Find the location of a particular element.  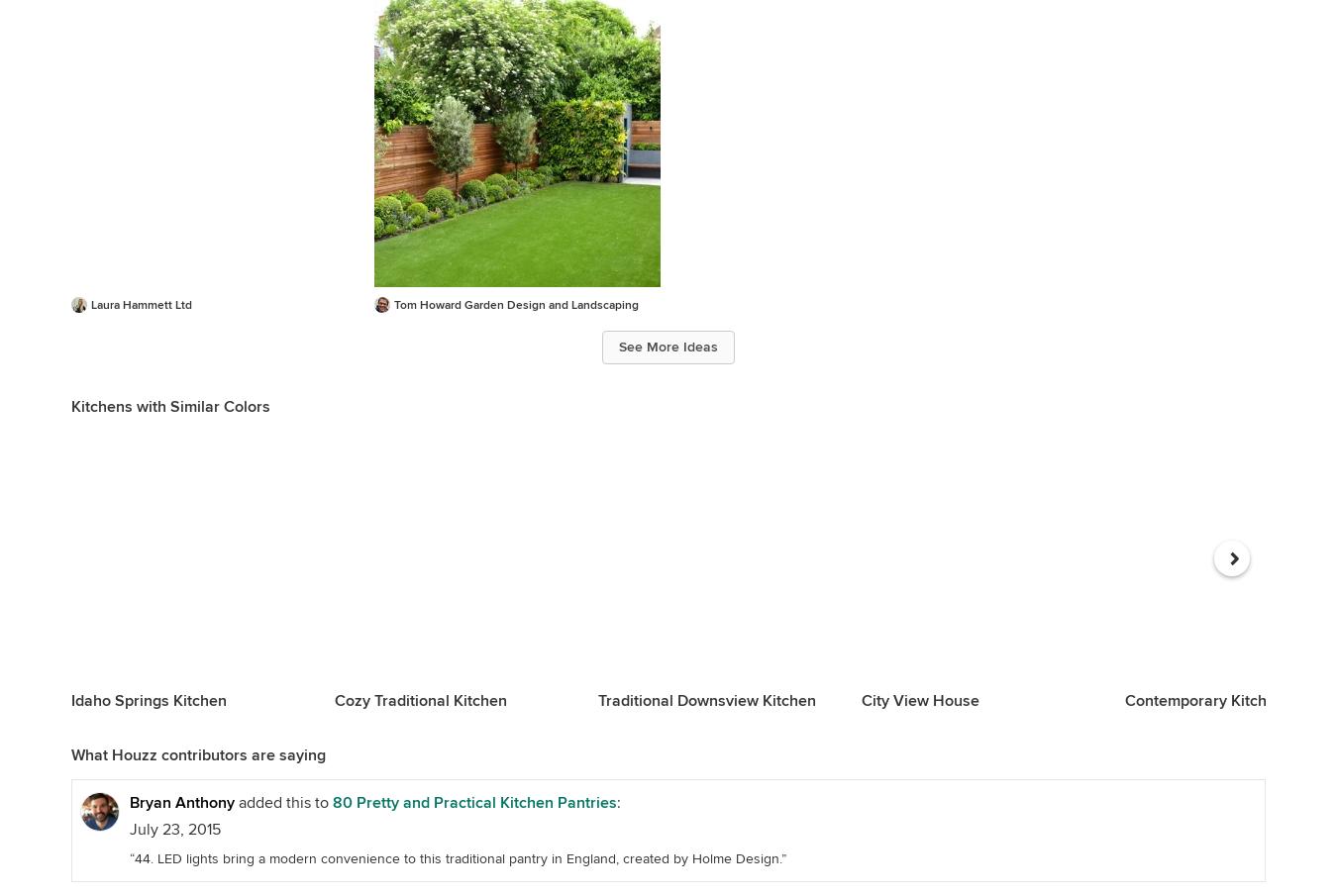

'What Houzz contributors are saying' is located at coordinates (198, 755).